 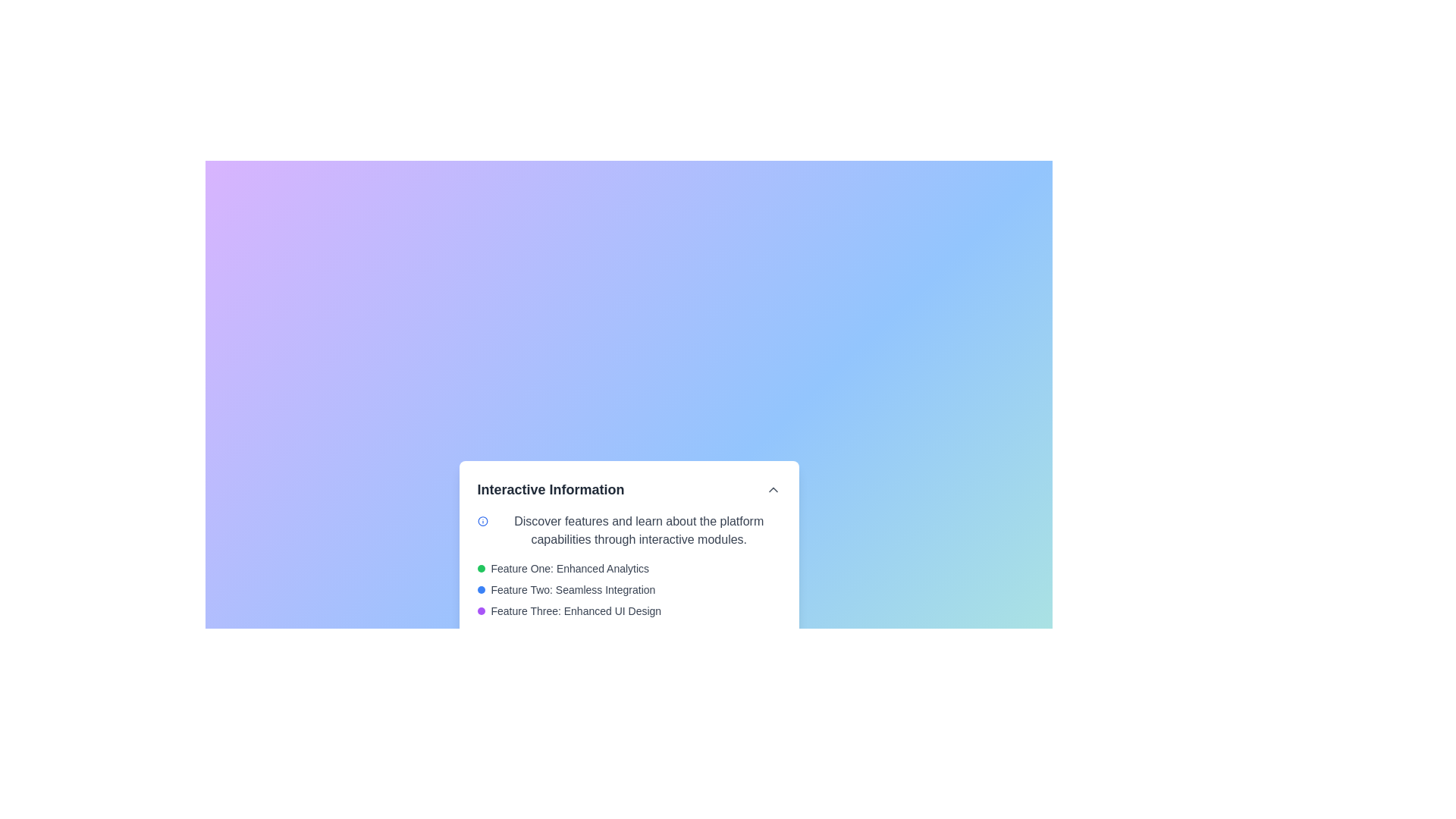 I want to click on the text label that contains 'Feature Three: Enhanced UI Design', styled in small gray font, located in the third position of the features list under the 'Interactive Information' section, so click(x=575, y=610).